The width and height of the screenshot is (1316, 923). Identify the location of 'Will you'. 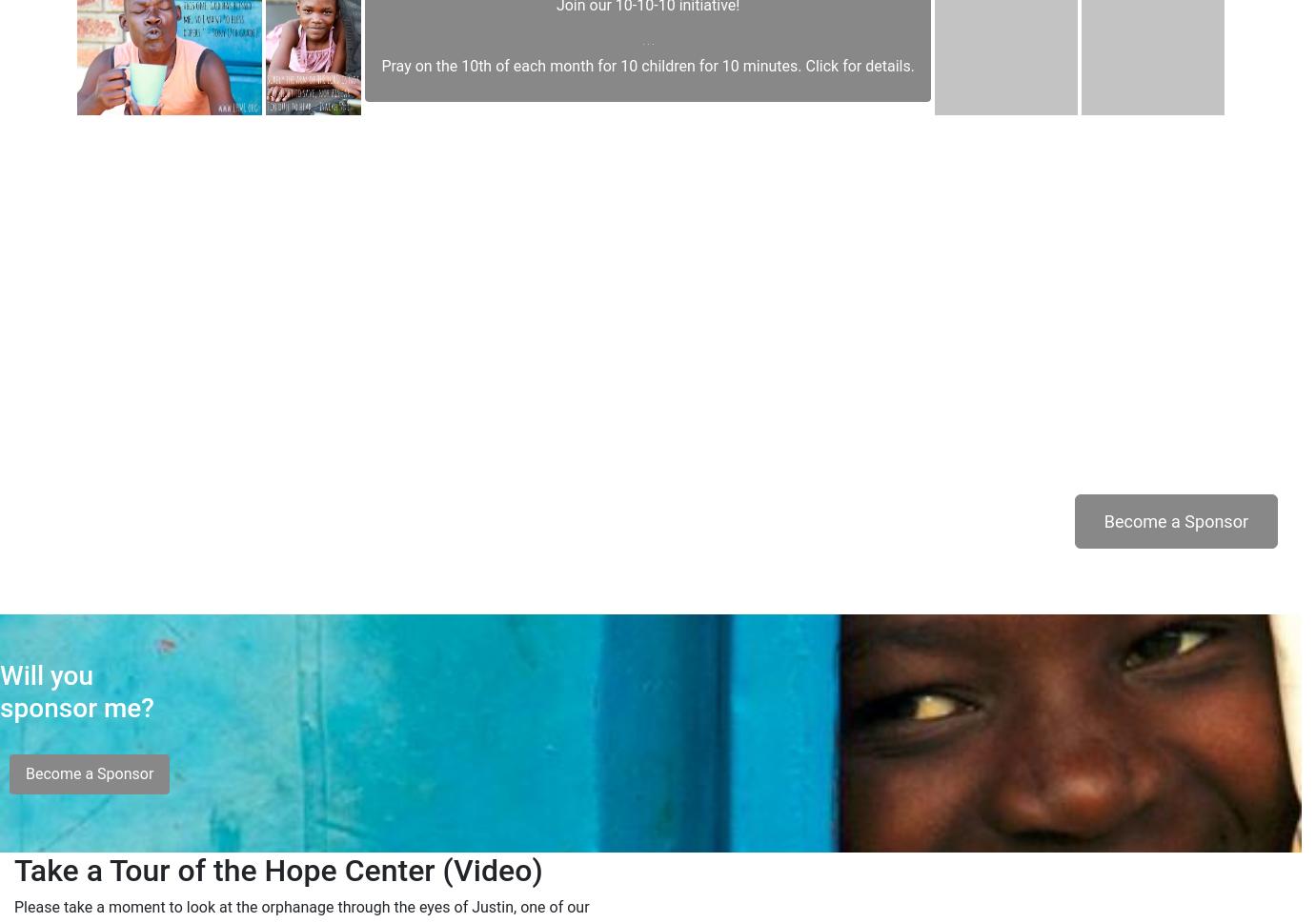
(46, 718).